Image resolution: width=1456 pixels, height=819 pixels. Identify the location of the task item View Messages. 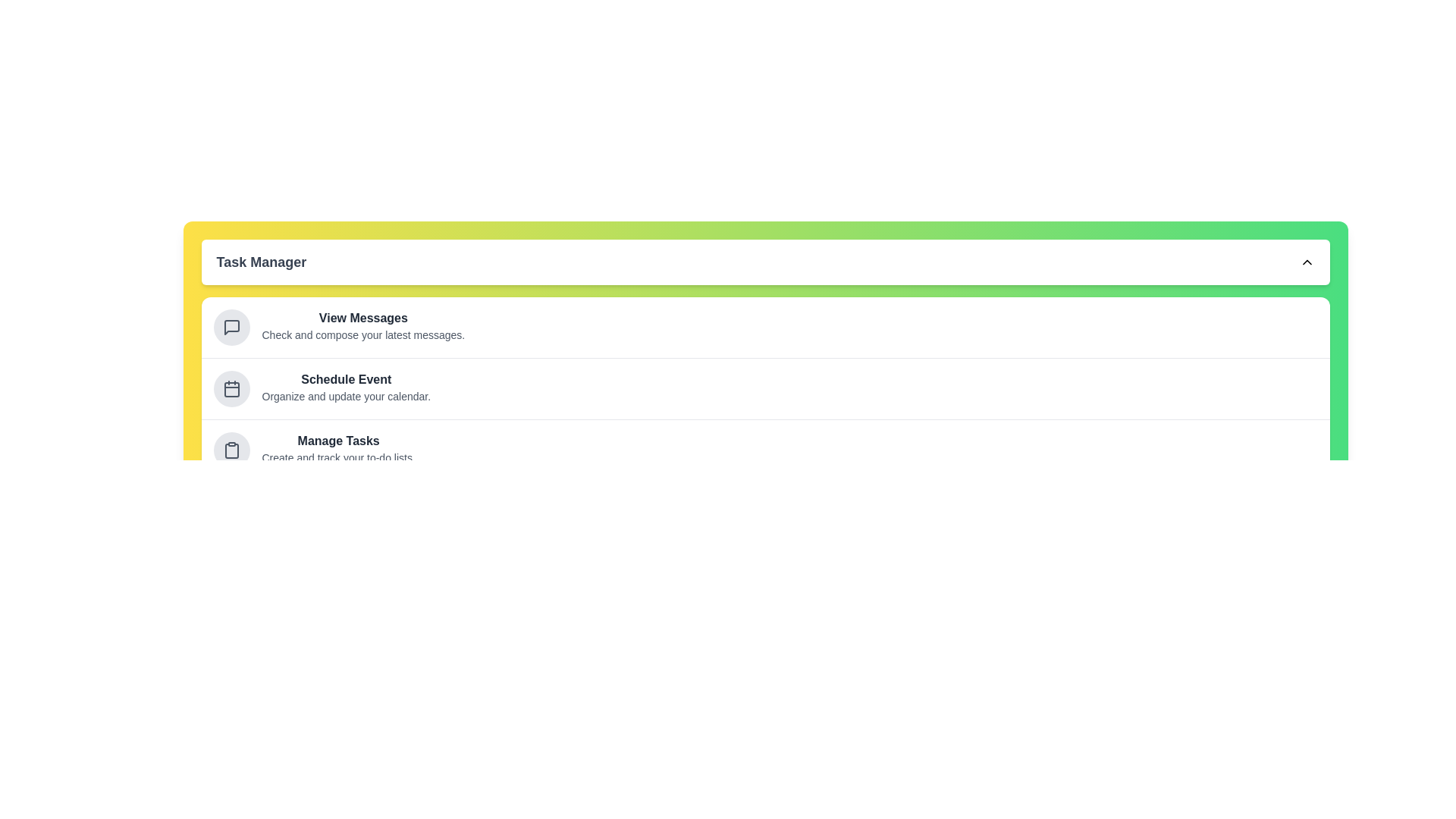
(231, 327).